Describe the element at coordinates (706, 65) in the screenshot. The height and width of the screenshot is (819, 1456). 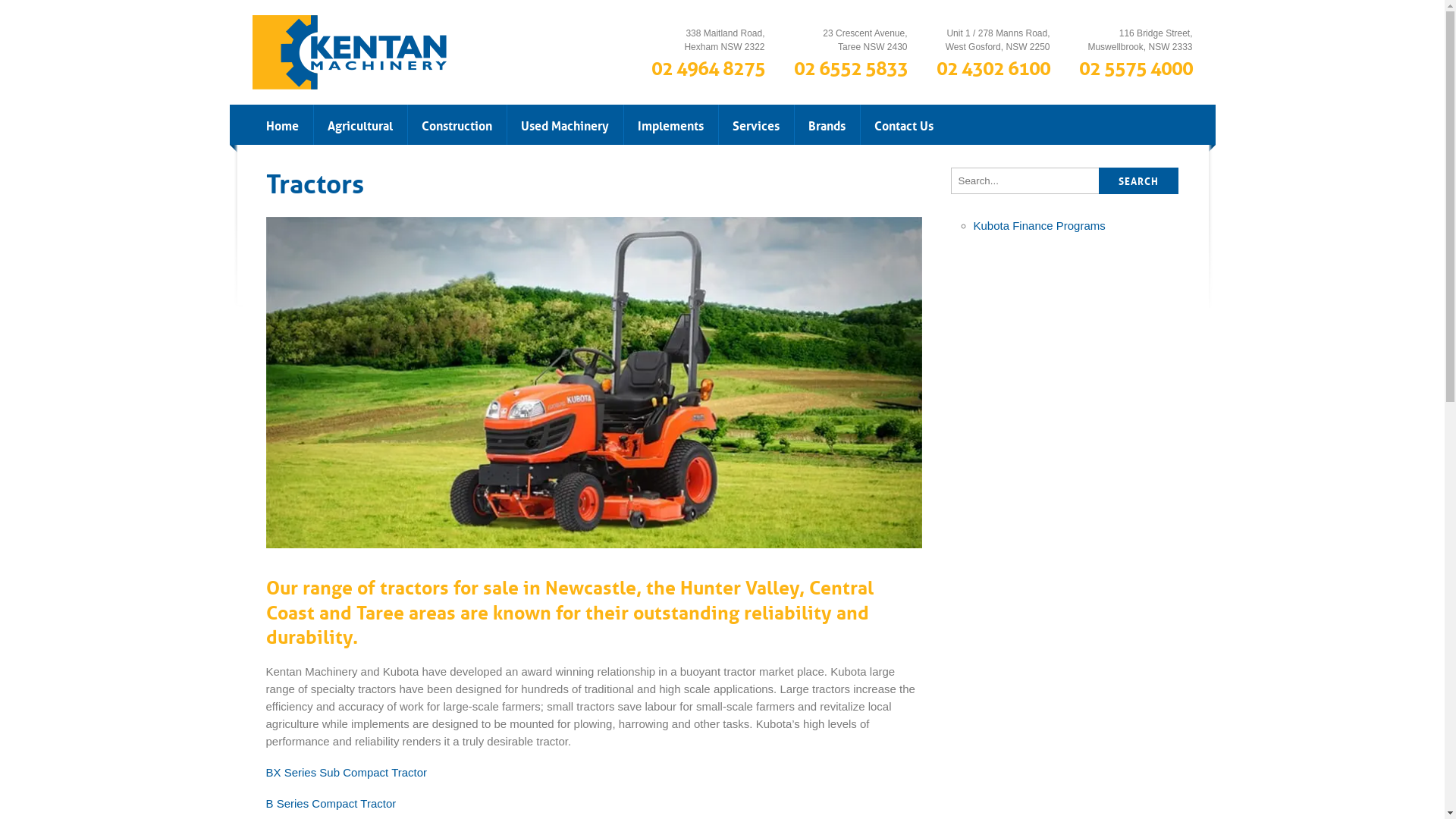
I see `'02 4964 8275'` at that location.